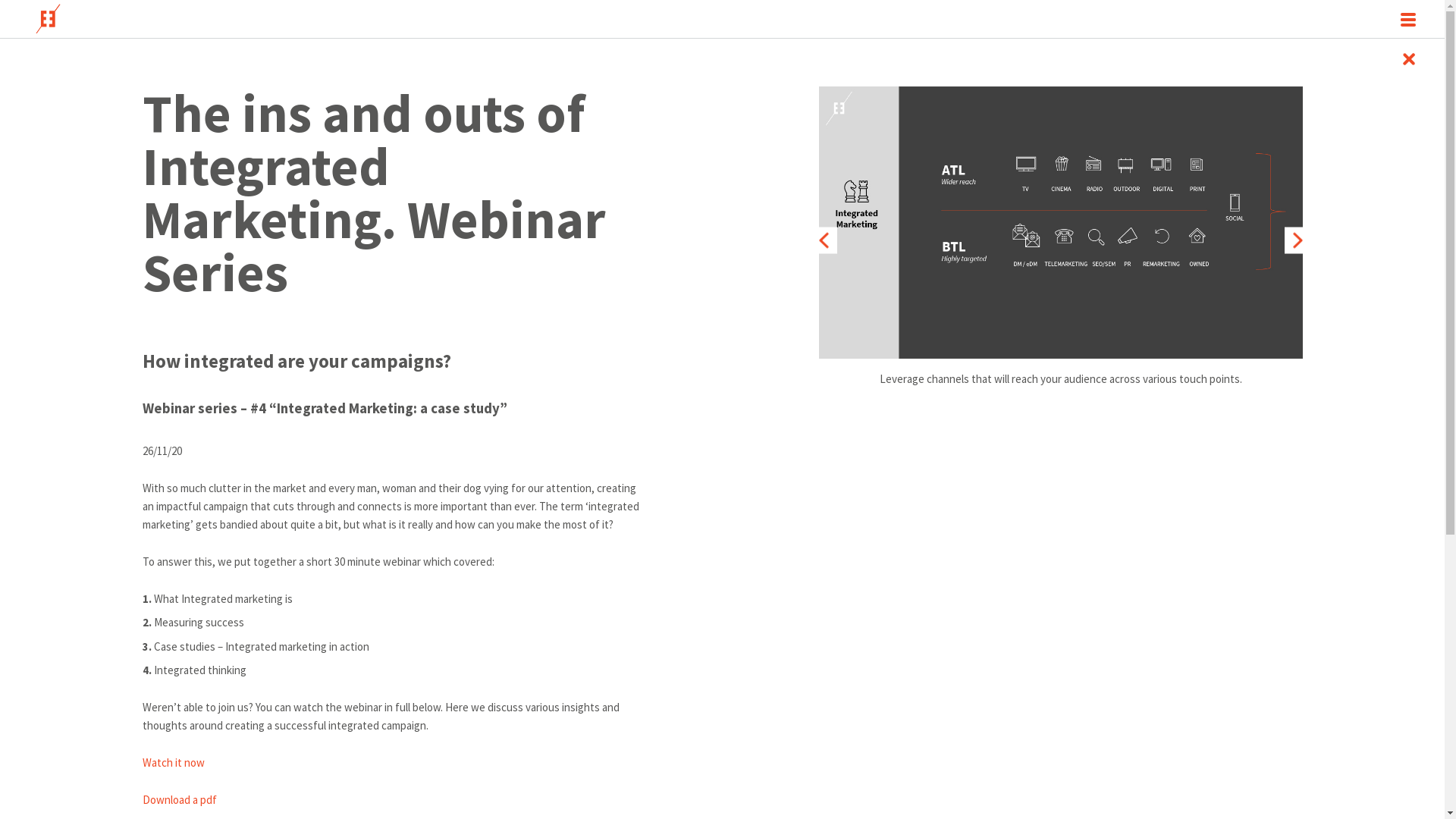  Describe the element at coordinates (1297, 239) in the screenshot. I see `'Next'` at that location.